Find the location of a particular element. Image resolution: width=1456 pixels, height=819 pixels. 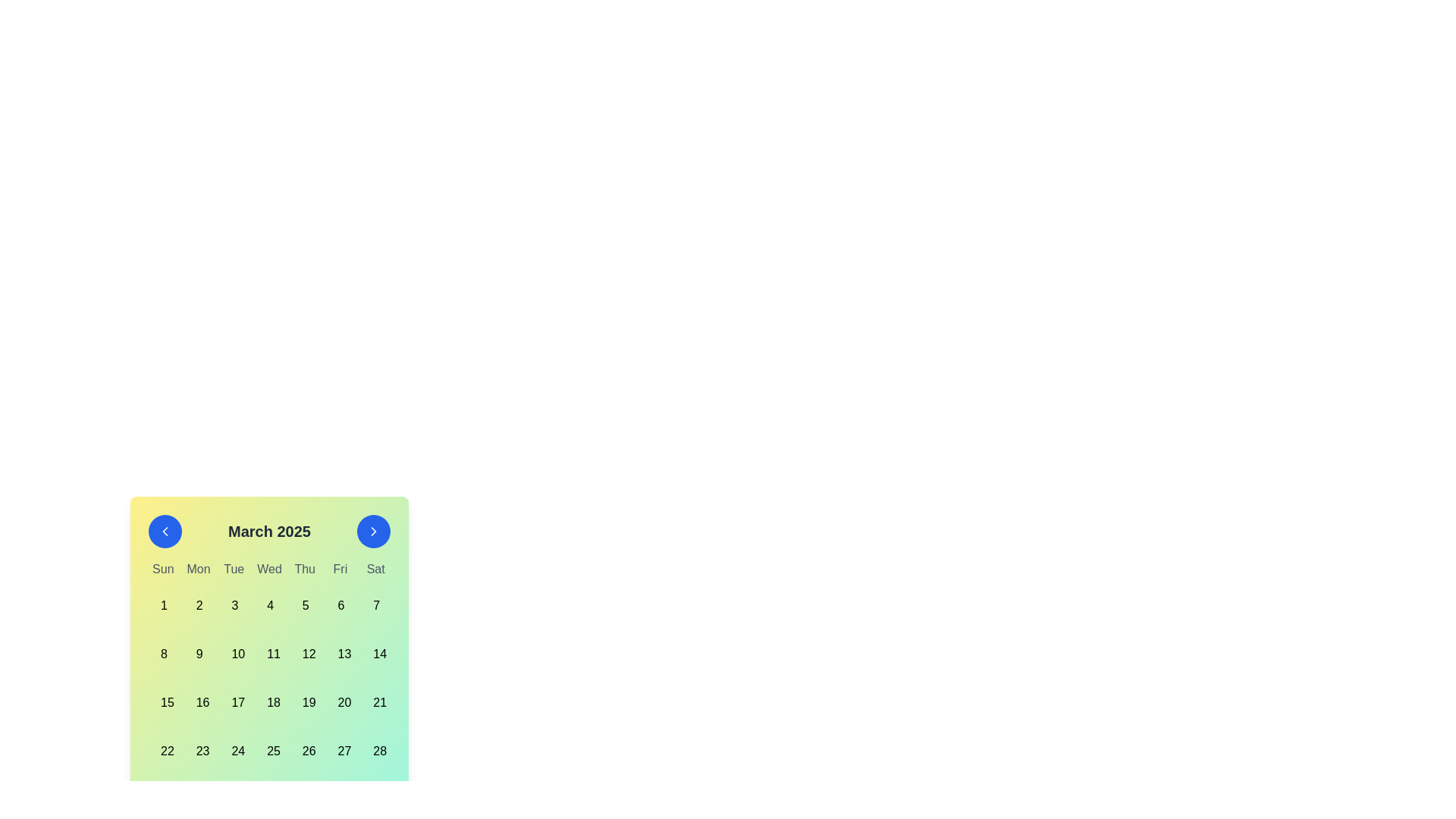

the text label displaying 'Sun' which is the first column header in the calendar grid layout is located at coordinates (163, 570).